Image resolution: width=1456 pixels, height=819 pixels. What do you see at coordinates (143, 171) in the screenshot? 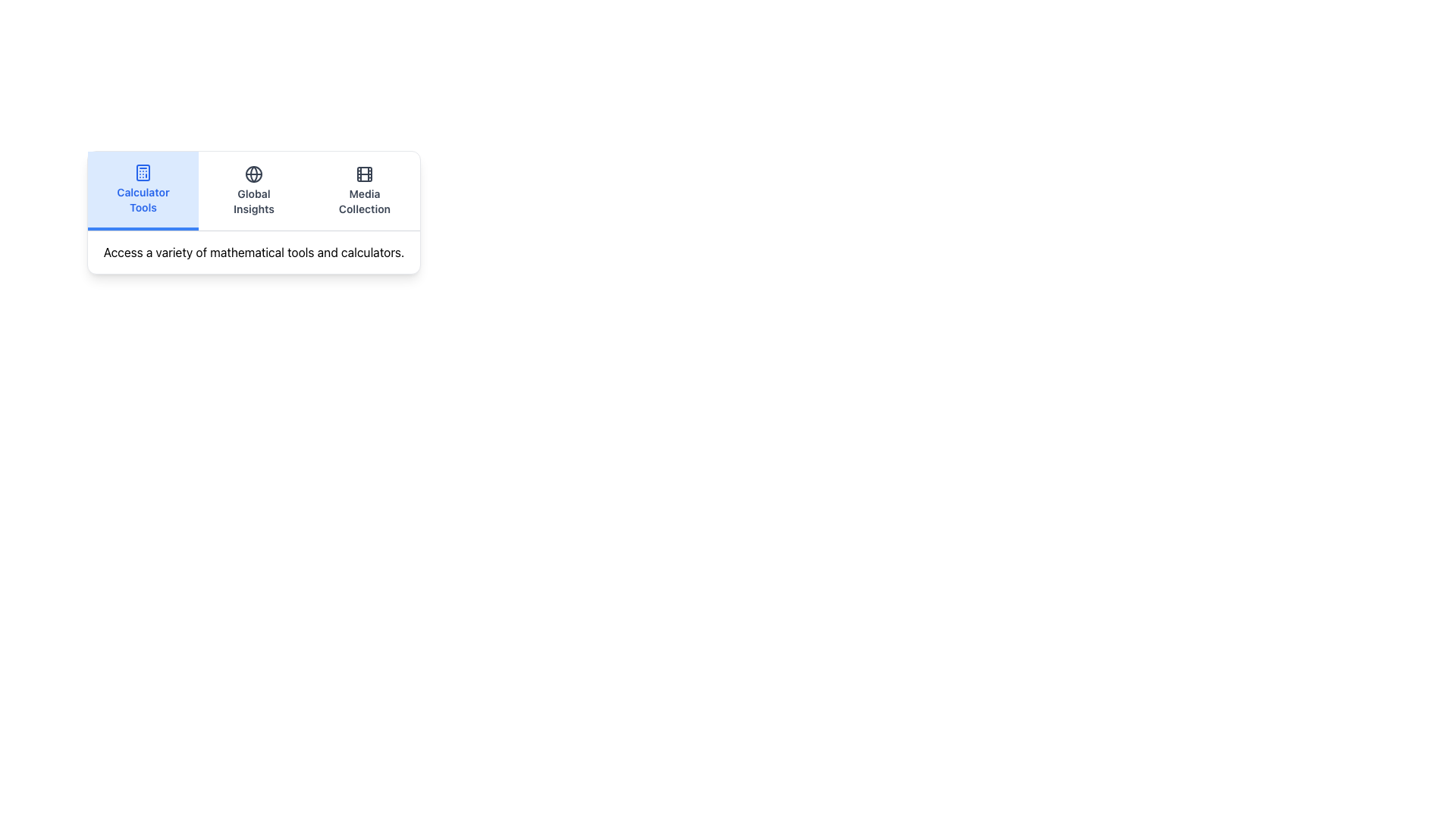
I see `the vertical rectangle icon with rounded corners, which is styled as a symbol and is part of the calculator icon adjacent to the 'Calculator Tools' tab` at bounding box center [143, 171].